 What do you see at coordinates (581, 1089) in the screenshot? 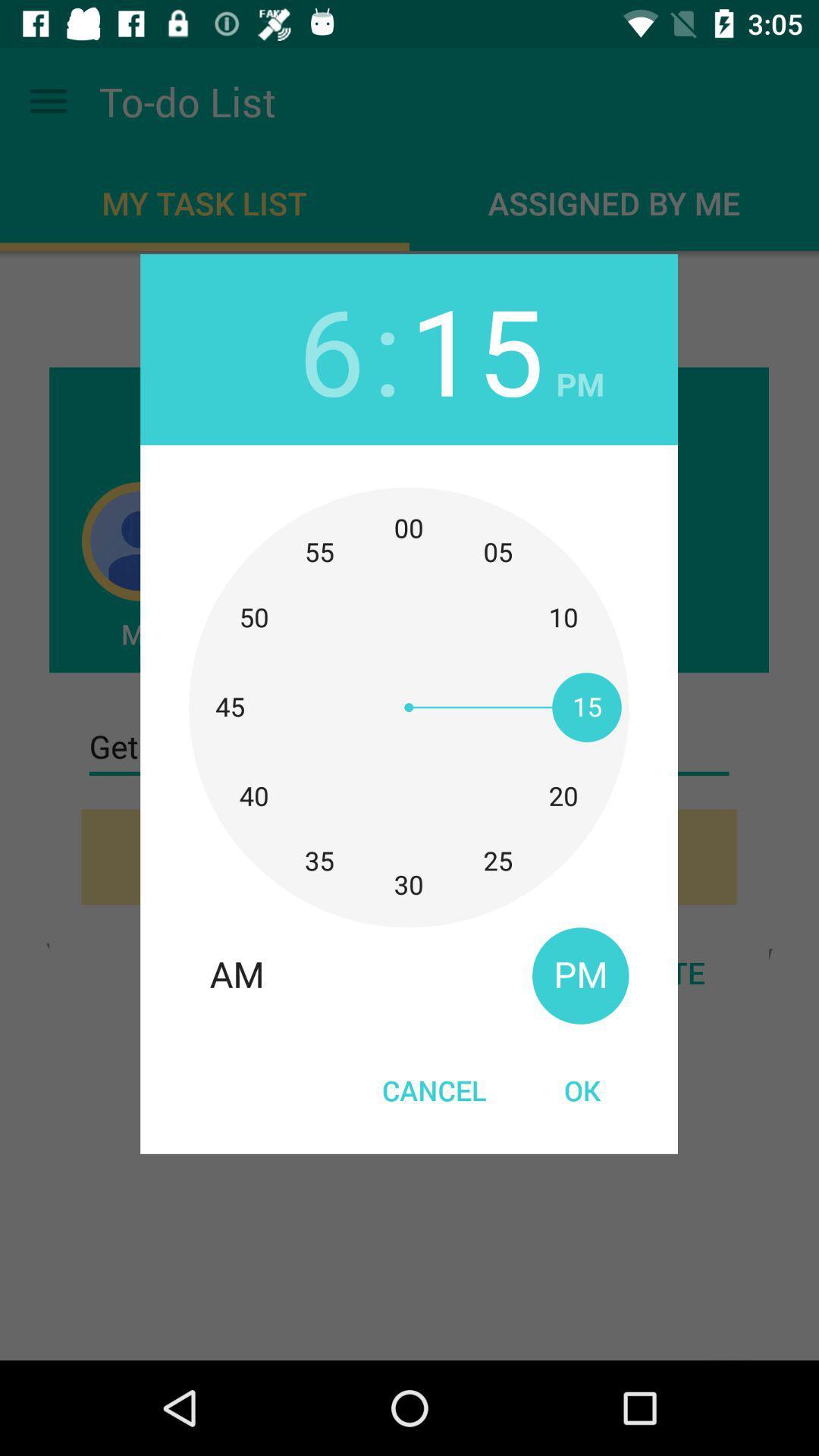
I see `the ok item` at bounding box center [581, 1089].